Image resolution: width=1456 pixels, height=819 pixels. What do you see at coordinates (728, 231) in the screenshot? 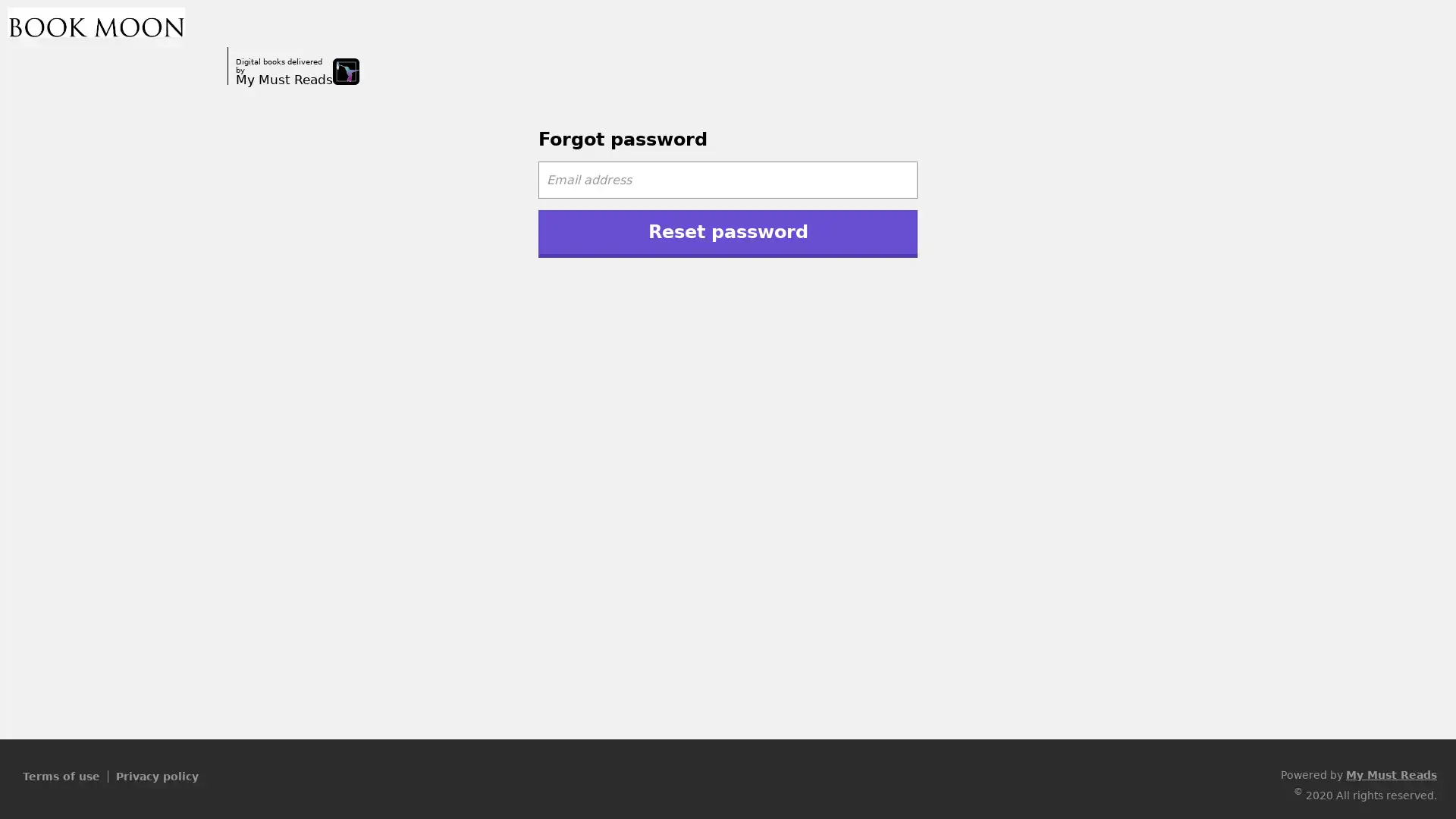
I see `Reset password` at bounding box center [728, 231].